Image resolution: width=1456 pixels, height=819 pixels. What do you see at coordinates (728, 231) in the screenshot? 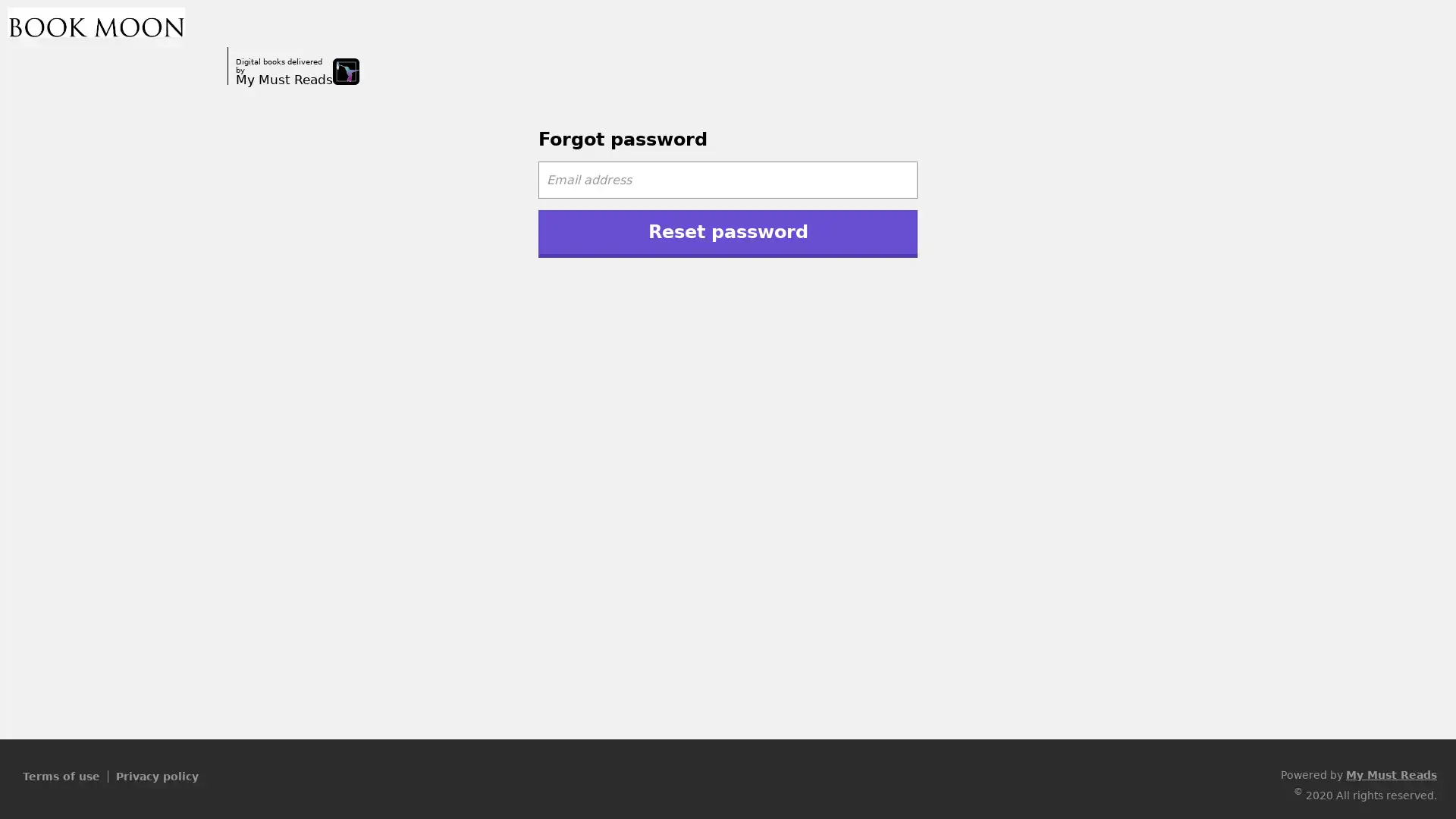
I see `Reset password` at bounding box center [728, 231].